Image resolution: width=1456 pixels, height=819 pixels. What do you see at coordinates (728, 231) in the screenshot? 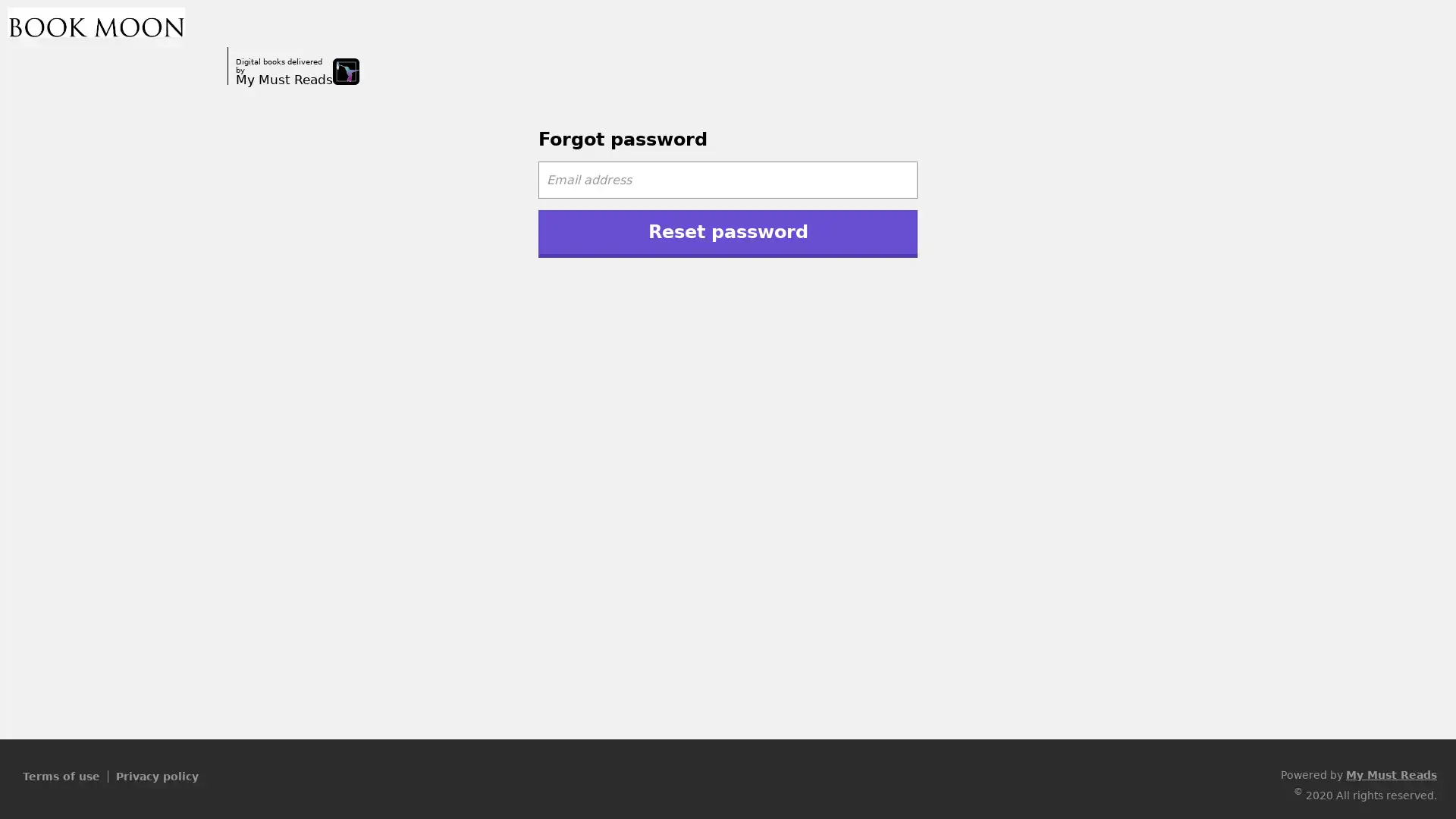
I see `Reset password` at bounding box center [728, 231].